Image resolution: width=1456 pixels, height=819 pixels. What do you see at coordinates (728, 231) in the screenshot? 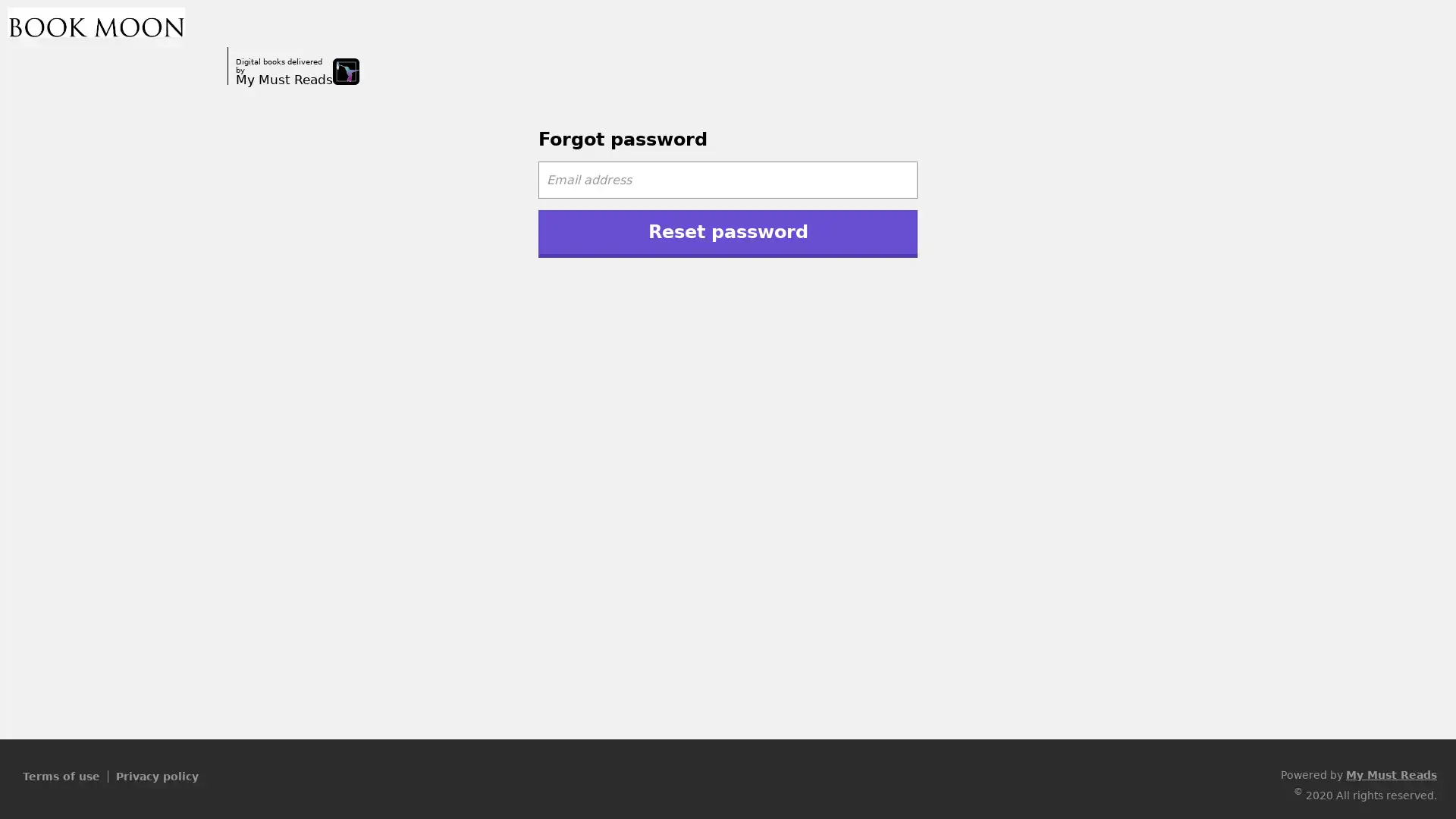
I see `Reset password` at bounding box center [728, 231].